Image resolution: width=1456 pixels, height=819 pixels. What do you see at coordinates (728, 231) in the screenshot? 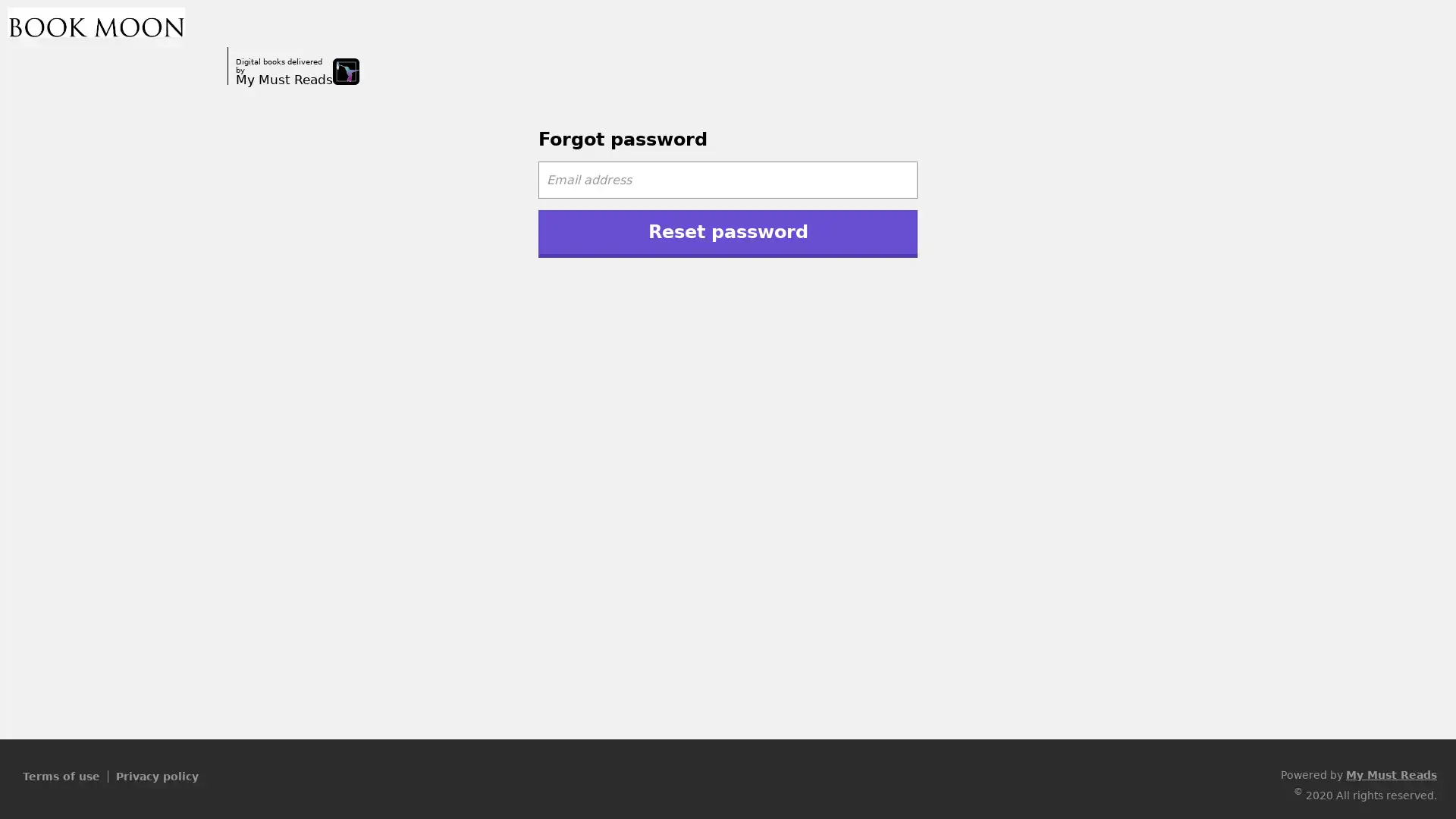
I see `Reset password` at bounding box center [728, 231].